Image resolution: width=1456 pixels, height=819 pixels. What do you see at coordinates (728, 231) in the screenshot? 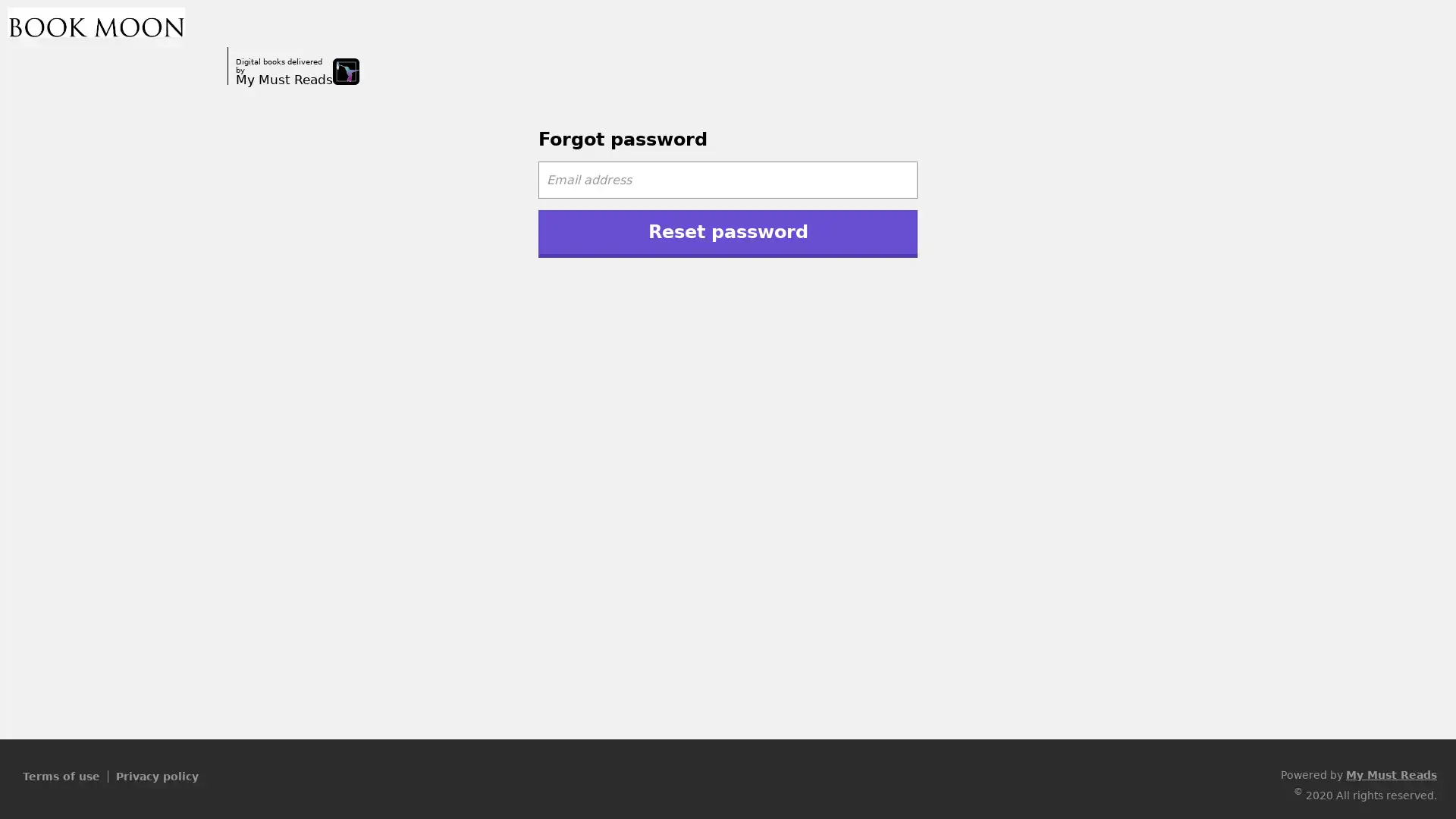
I see `Reset password` at bounding box center [728, 231].